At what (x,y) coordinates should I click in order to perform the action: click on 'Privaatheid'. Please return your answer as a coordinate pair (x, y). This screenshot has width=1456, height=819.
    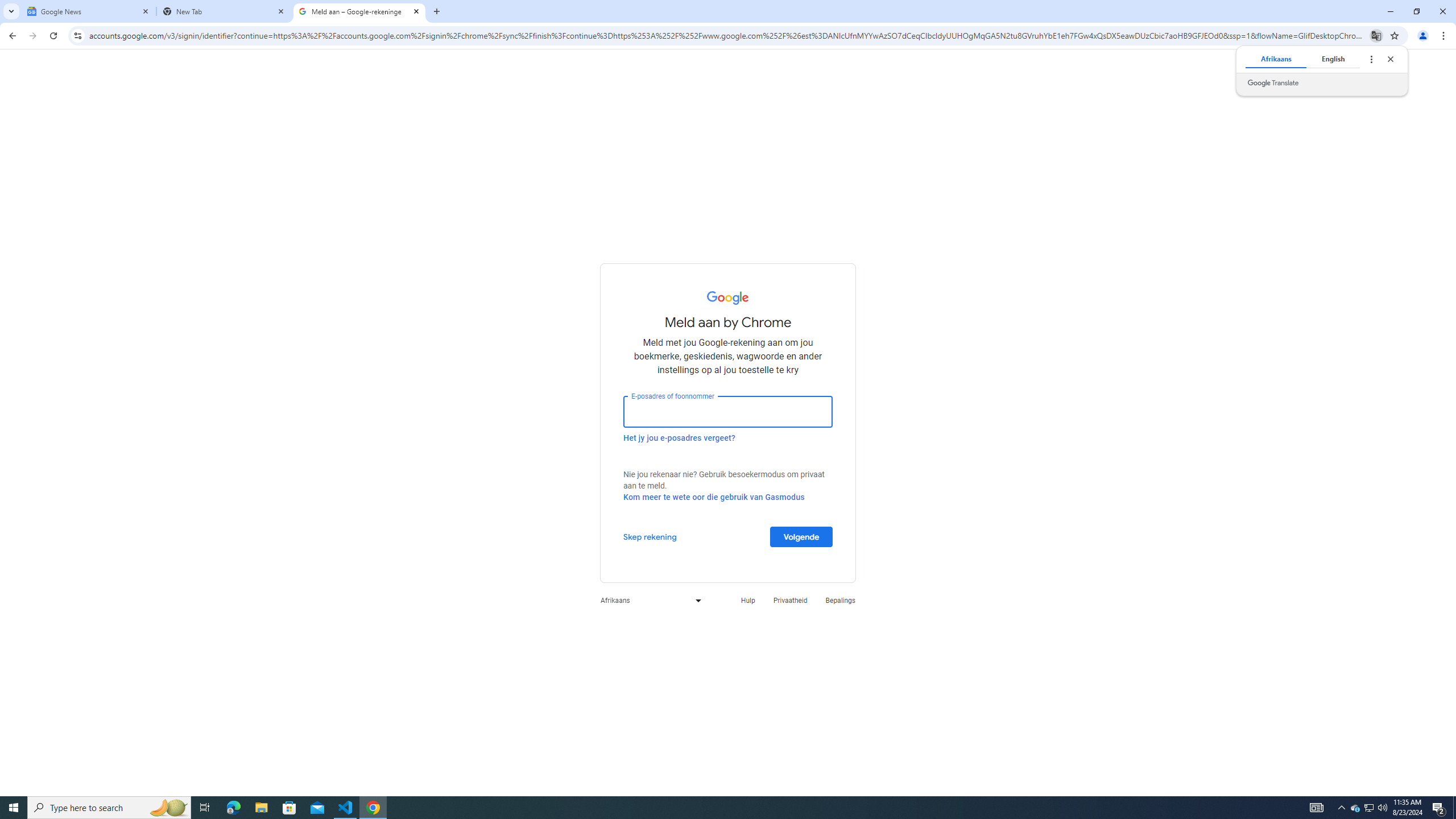
    Looking at the image, I should click on (791, 599).